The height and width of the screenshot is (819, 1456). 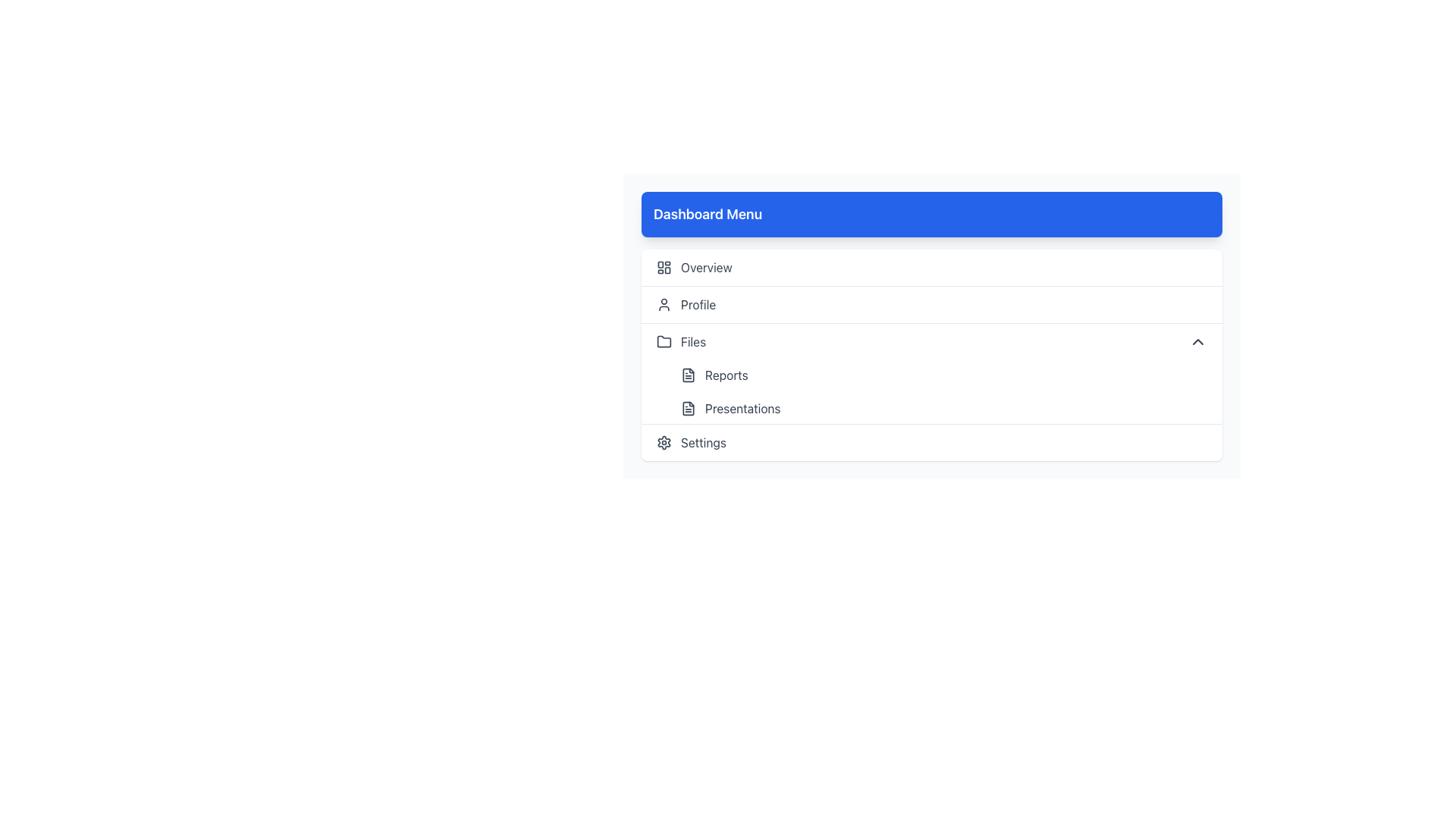 What do you see at coordinates (707, 214) in the screenshot?
I see `the header with a blue background and bold, white text that reads 'Dashboard Menu', positioned at the top-left corner of the visible menu section` at bounding box center [707, 214].